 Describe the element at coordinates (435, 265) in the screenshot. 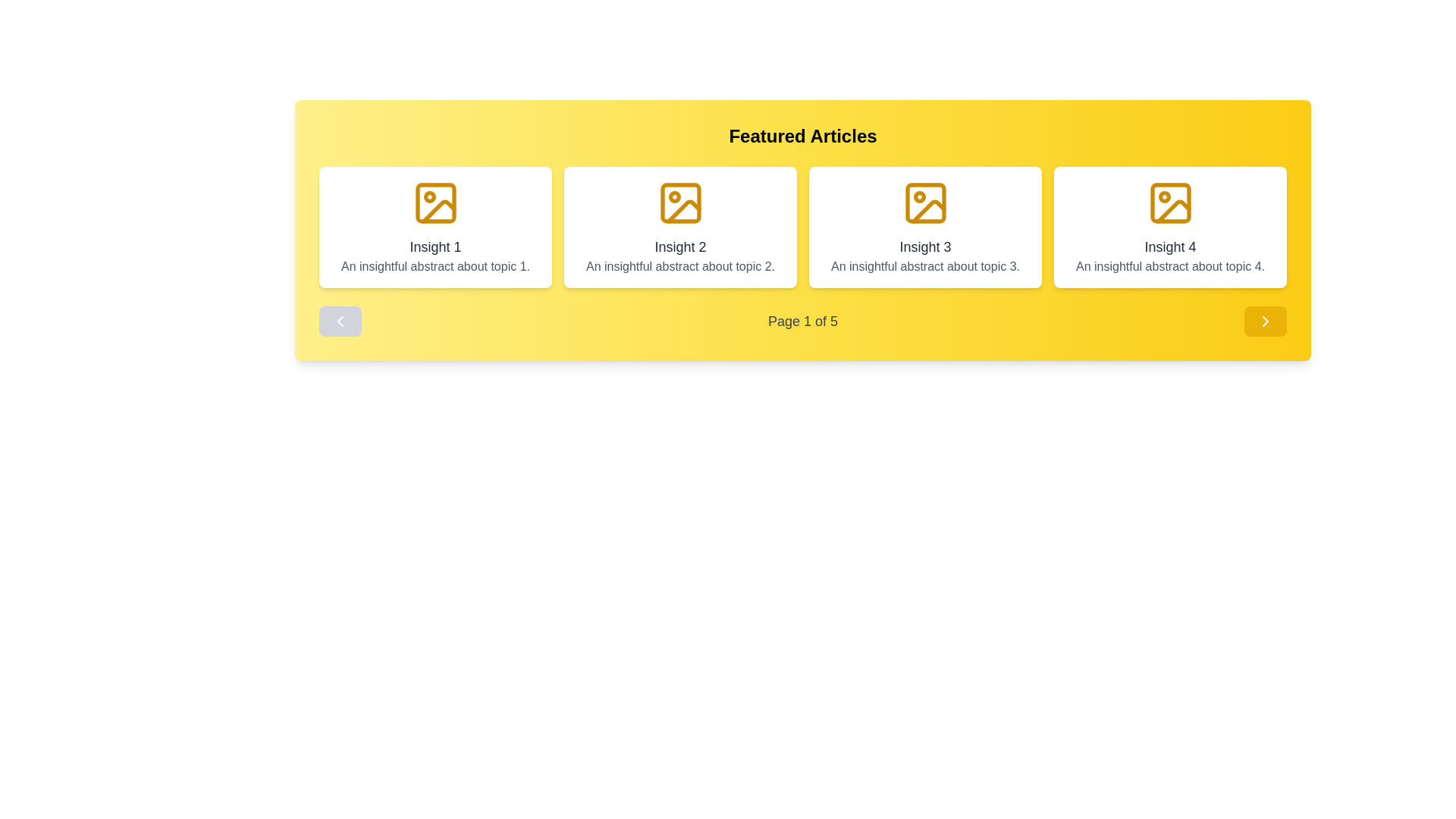

I see `the text block styled in gray that contains the phrase 'An insightful abstract about topic 1.' which is located below the header 'Insight 1'` at that location.